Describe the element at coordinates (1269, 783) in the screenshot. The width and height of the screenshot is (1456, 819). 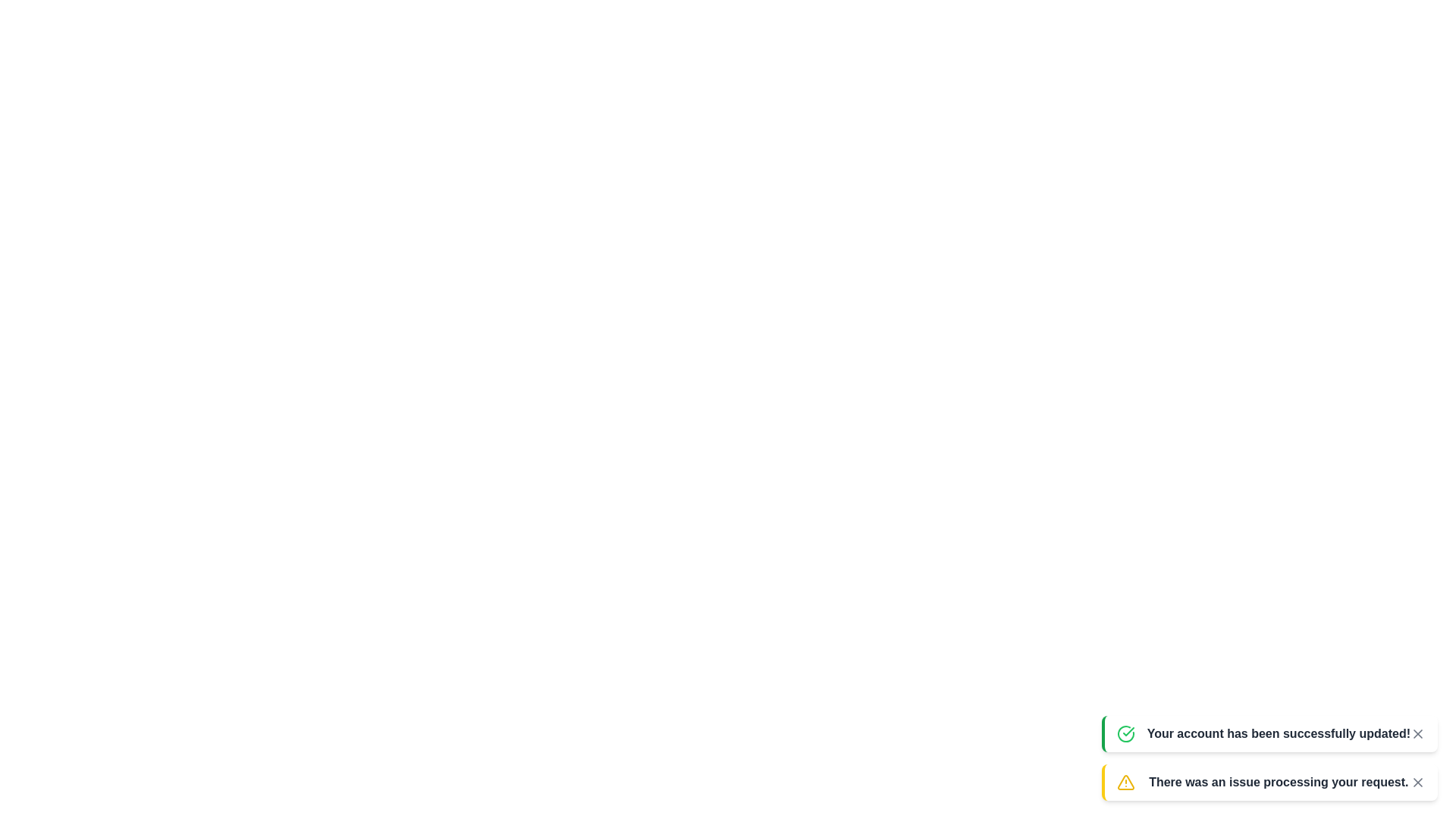
I see `the notification with message 'There was an issue processing your request.'` at that location.